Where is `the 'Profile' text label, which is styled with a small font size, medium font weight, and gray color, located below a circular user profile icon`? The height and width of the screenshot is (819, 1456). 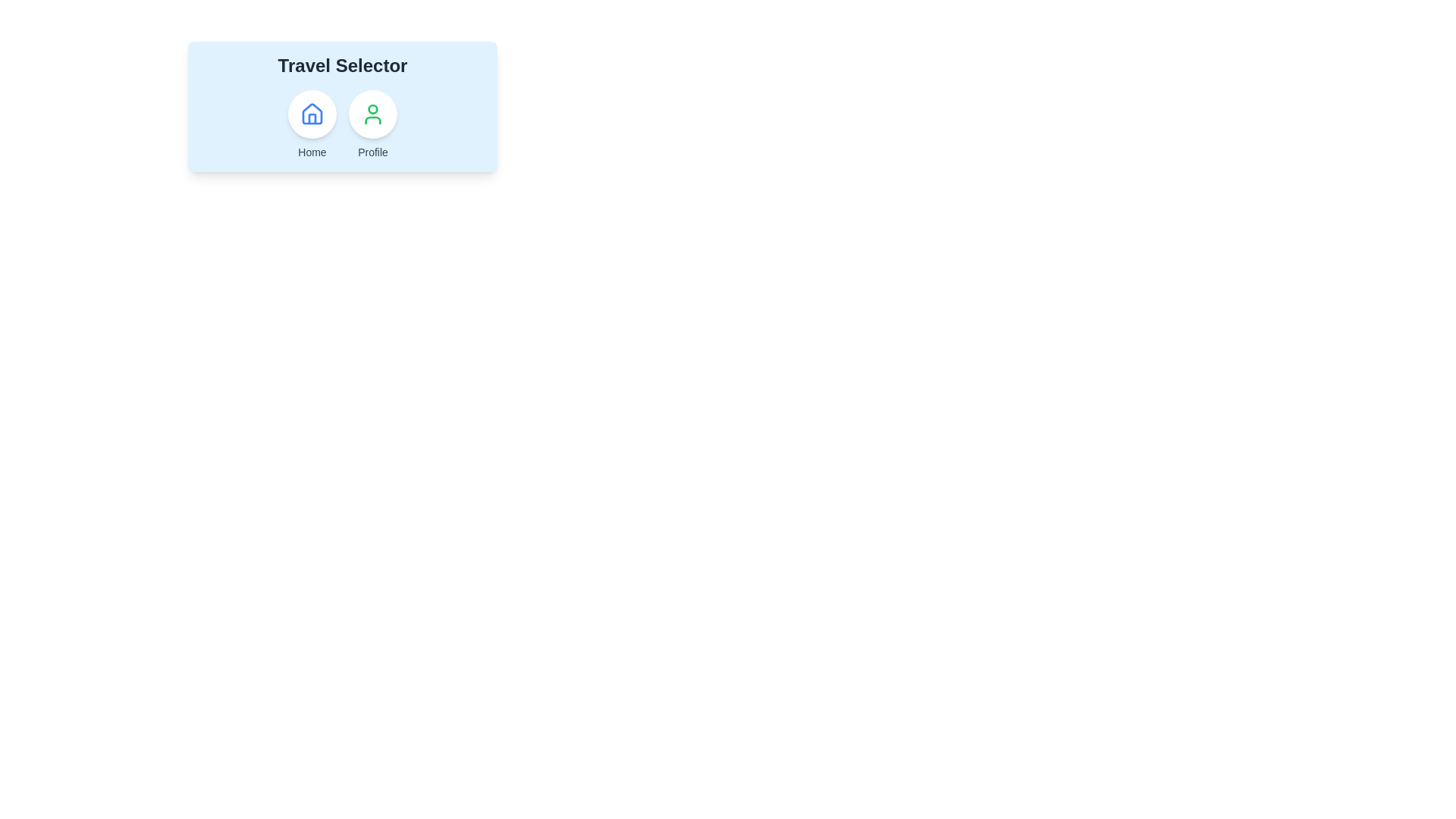 the 'Profile' text label, which is styled with a small font size, medium font weight, and gray color, located below a circular user profile icon is located at coordinates (372, 152).